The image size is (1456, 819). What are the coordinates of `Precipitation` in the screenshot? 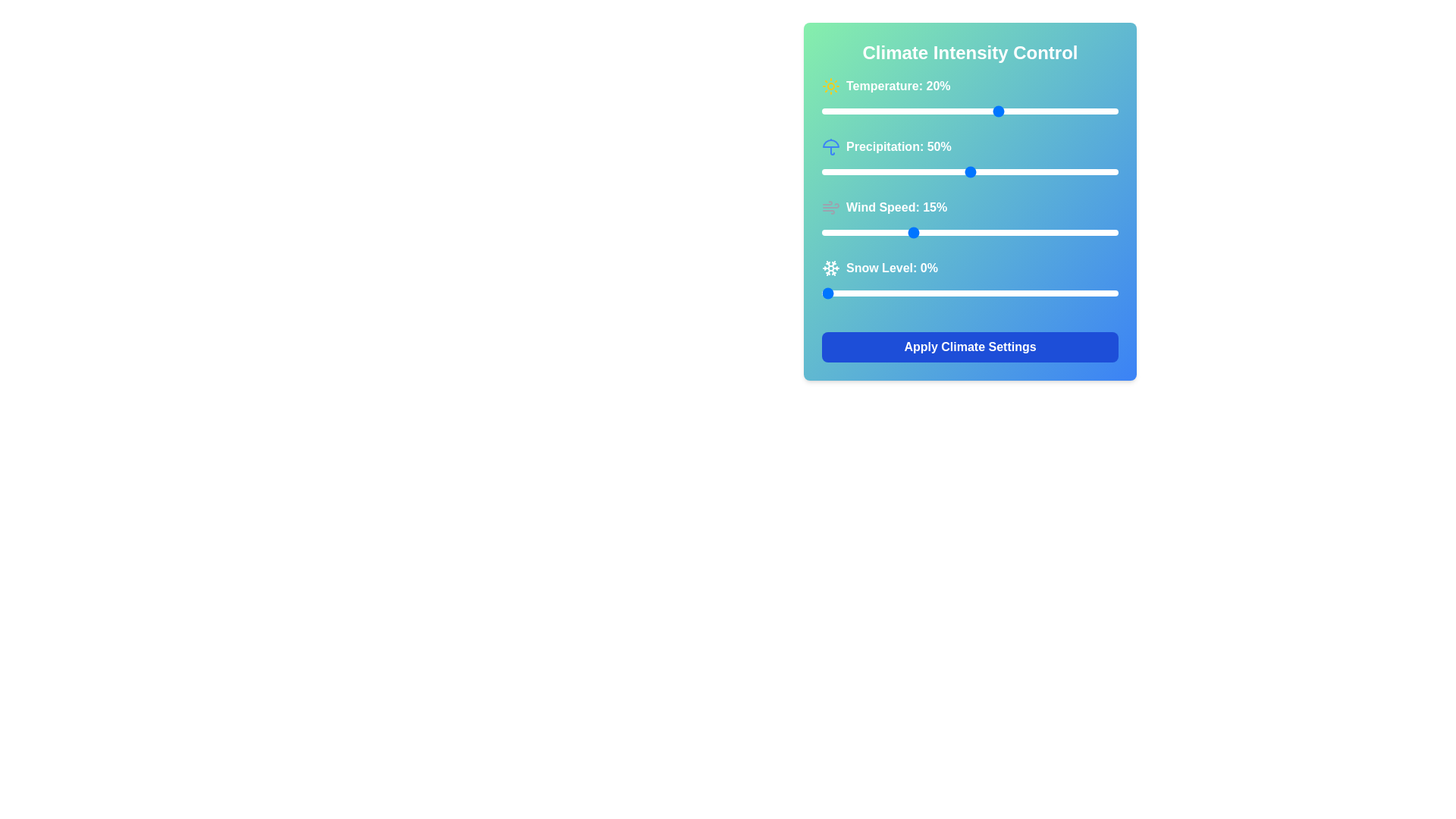 It's located at (1067, 171).